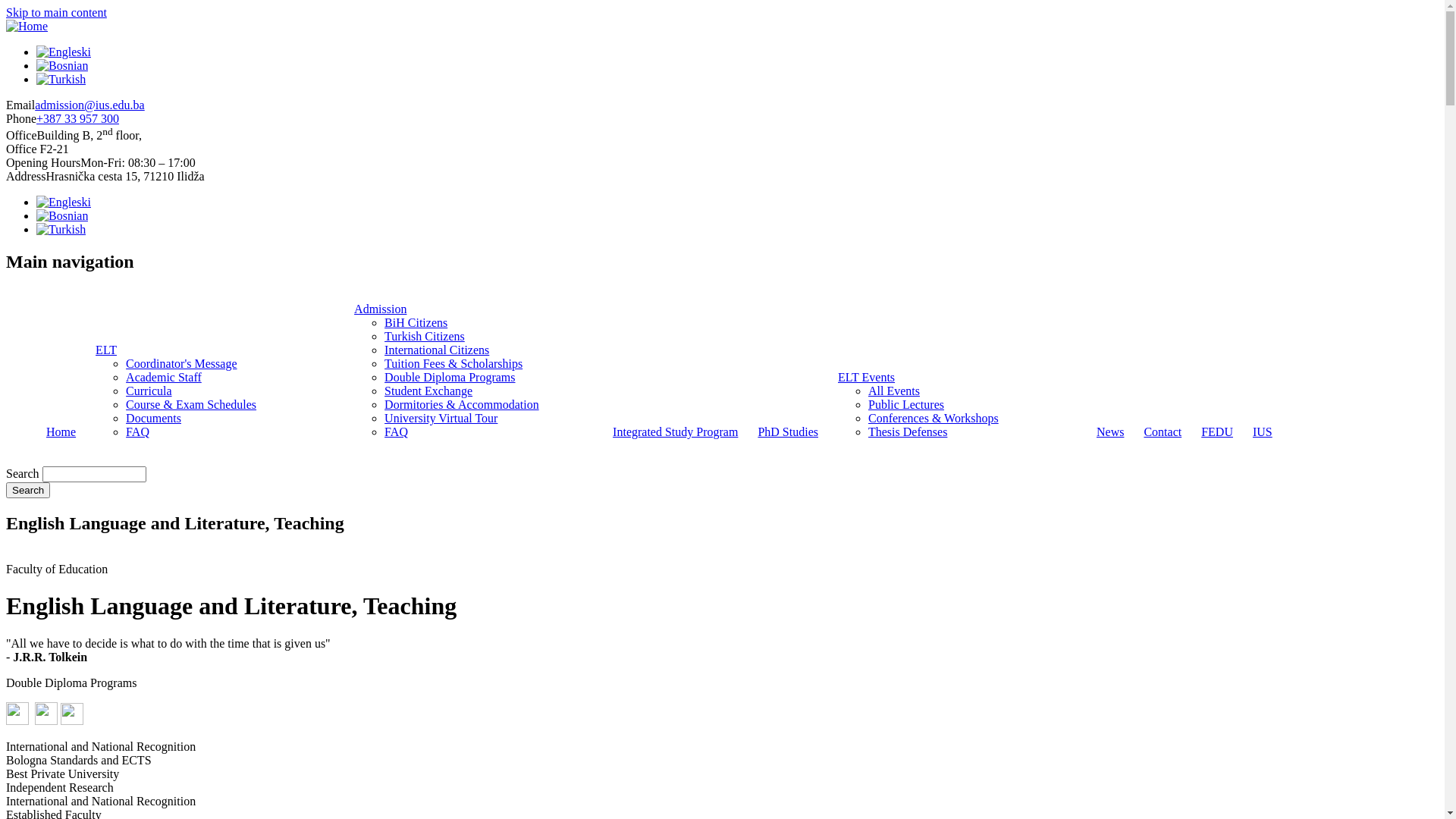 The width and height of the screenshot is (1456, 819). Describe the element at coordinates (932, 418) in the screenshot. I see `'Conferences & Workshops'` at that location.